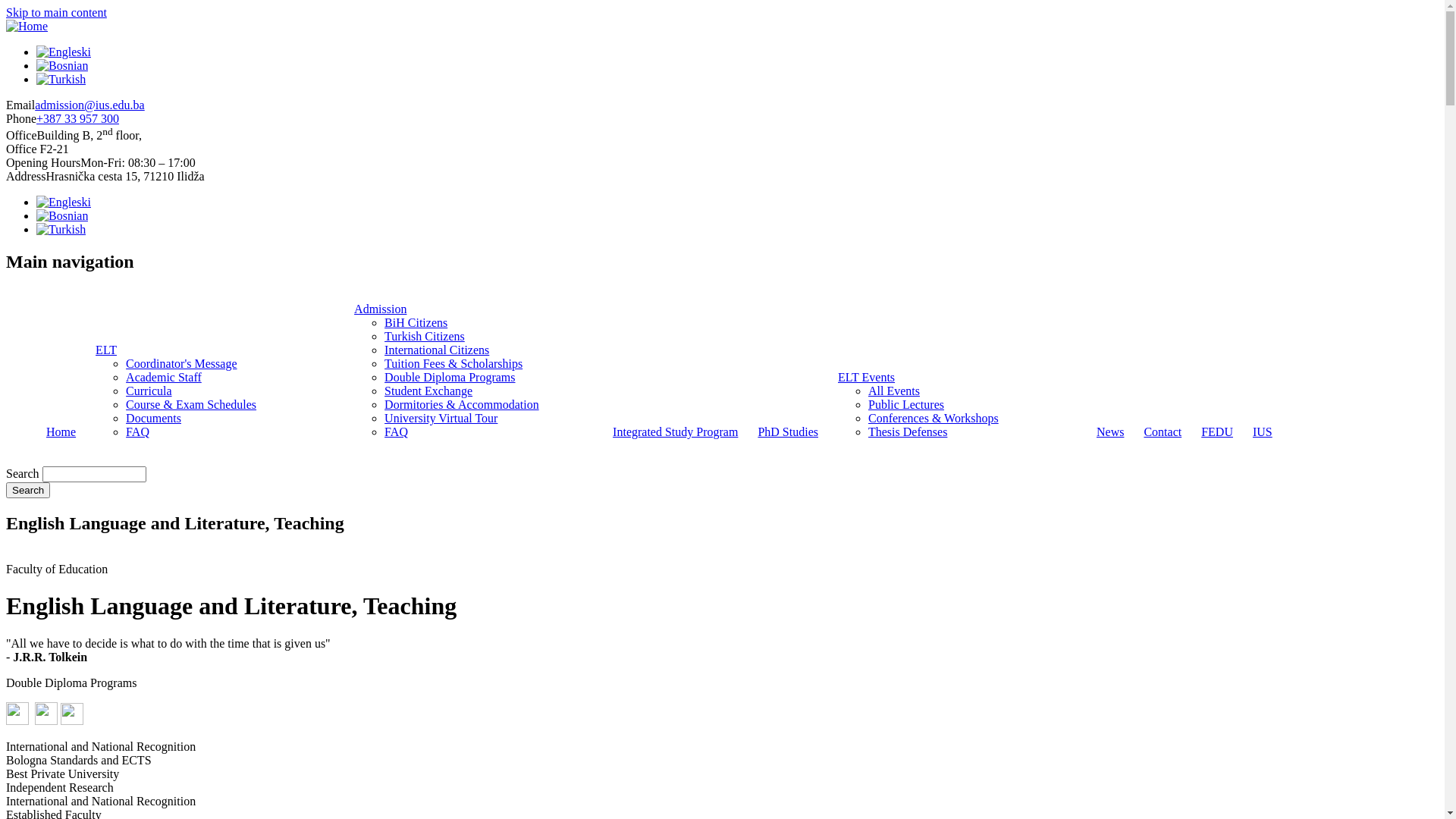 The width and height of the screenshot is (1456, 819). Describe the element at coordinates (932, 418) in the screenshot. I see `'Conferences & Workshops'` at that location.